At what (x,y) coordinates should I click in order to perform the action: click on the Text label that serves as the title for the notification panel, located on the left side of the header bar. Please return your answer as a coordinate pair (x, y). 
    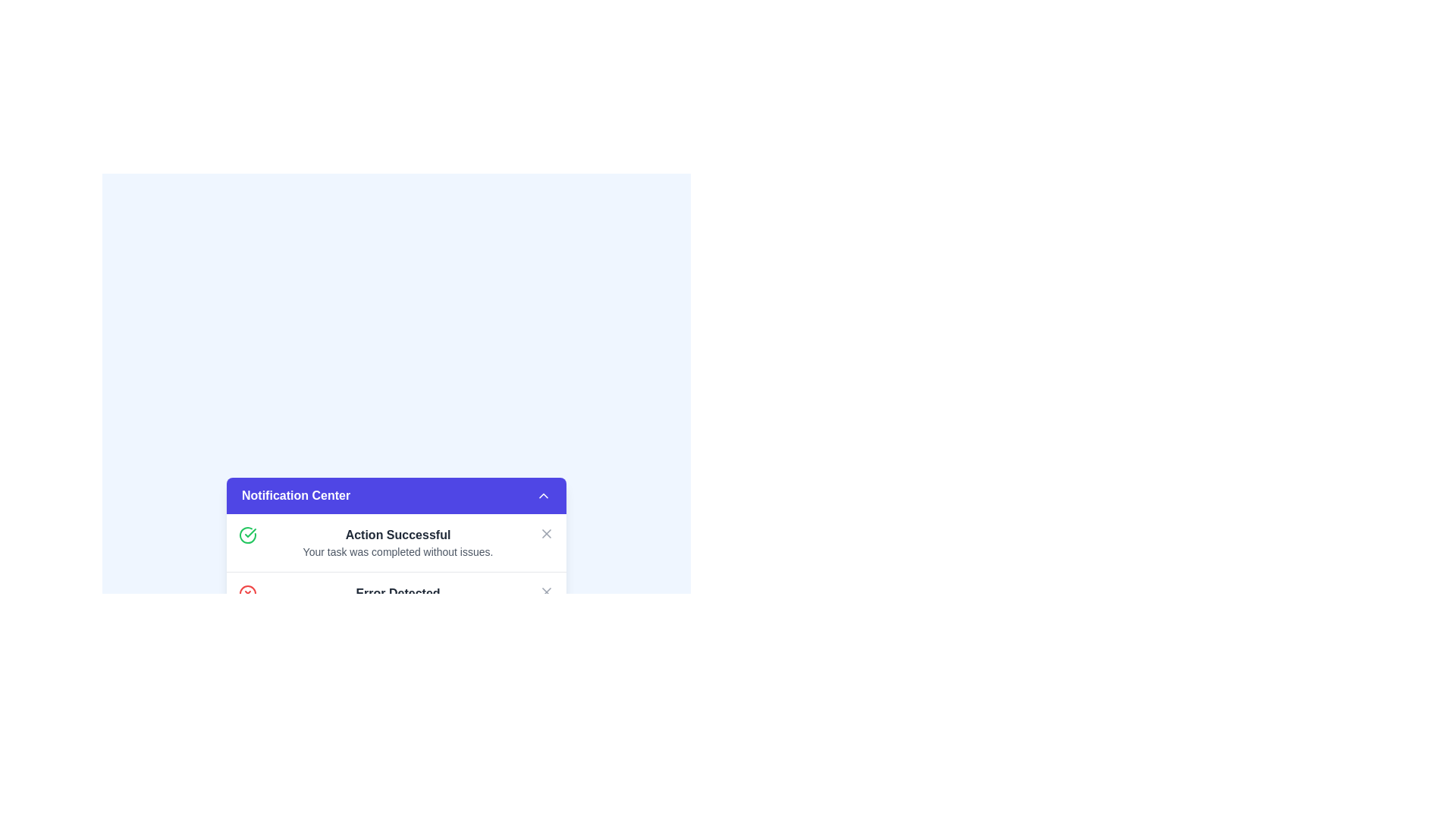
    Looking at the image, I should click on (296, 496).